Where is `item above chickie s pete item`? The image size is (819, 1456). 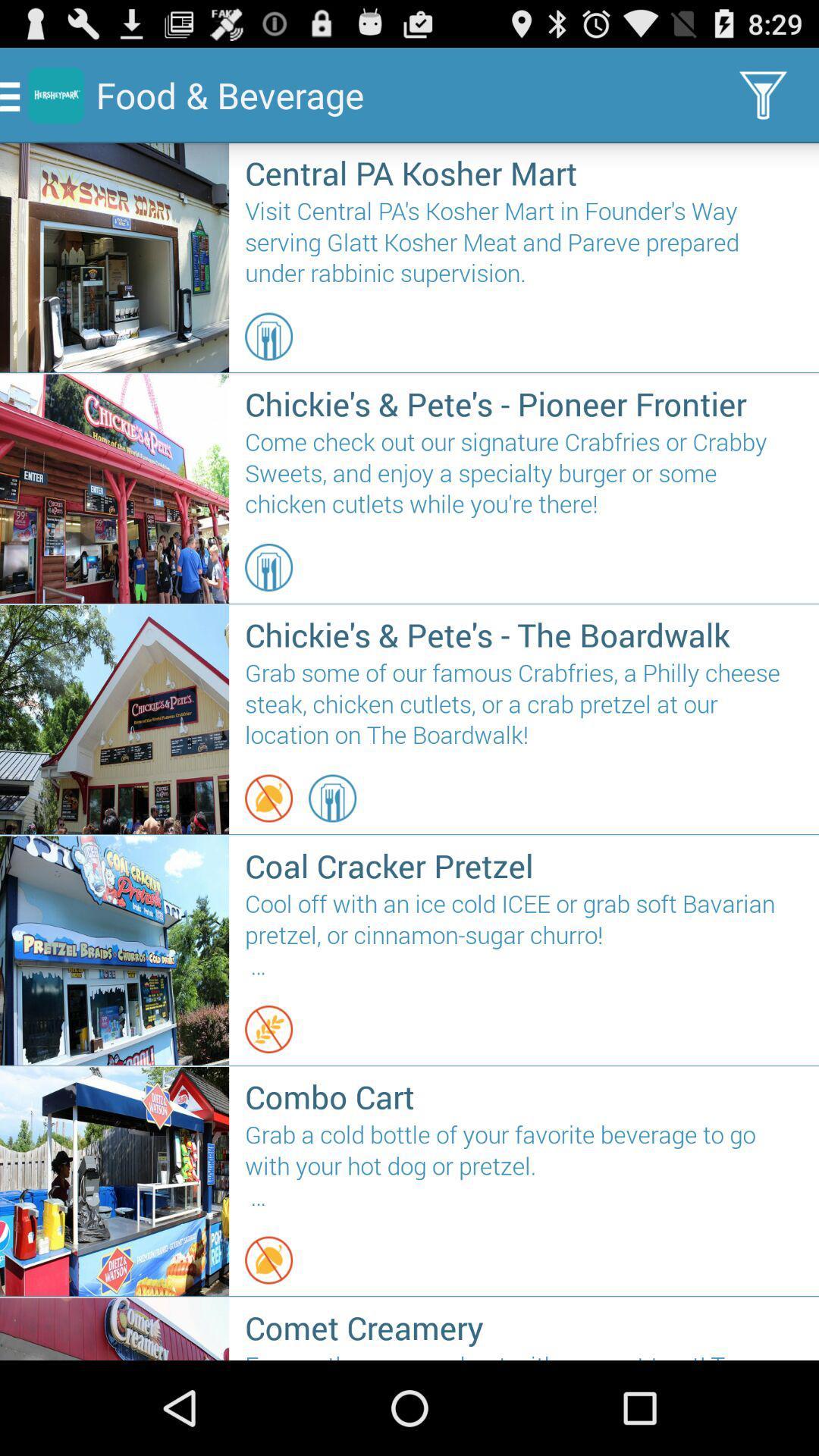
item above chickie s pete item is located at coordinates (268, 566).